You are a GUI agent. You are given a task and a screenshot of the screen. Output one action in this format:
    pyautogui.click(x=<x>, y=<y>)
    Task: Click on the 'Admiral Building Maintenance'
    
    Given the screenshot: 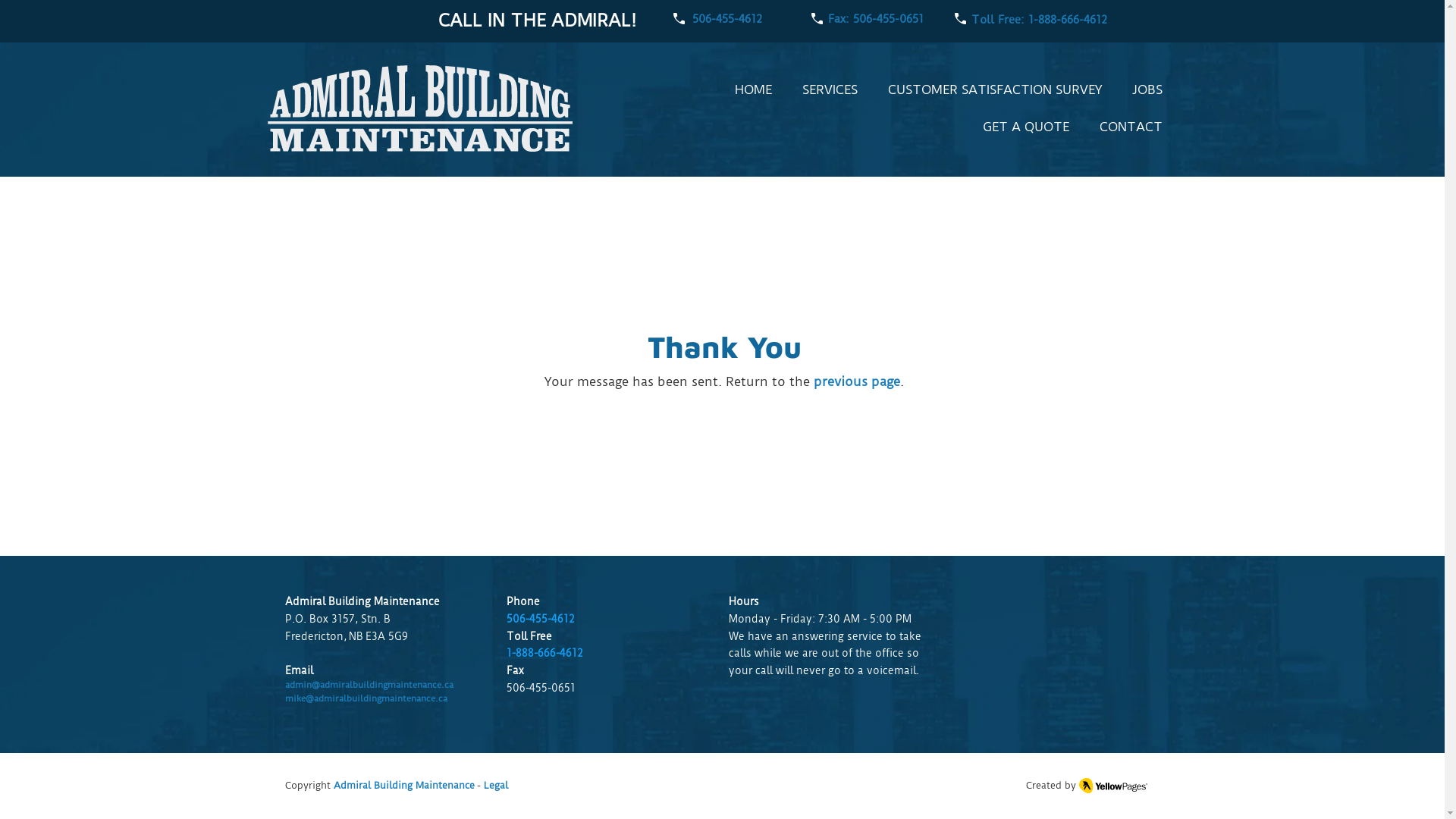 What is the action you would take?
    pyautogui.click(x=403, y=785)
    